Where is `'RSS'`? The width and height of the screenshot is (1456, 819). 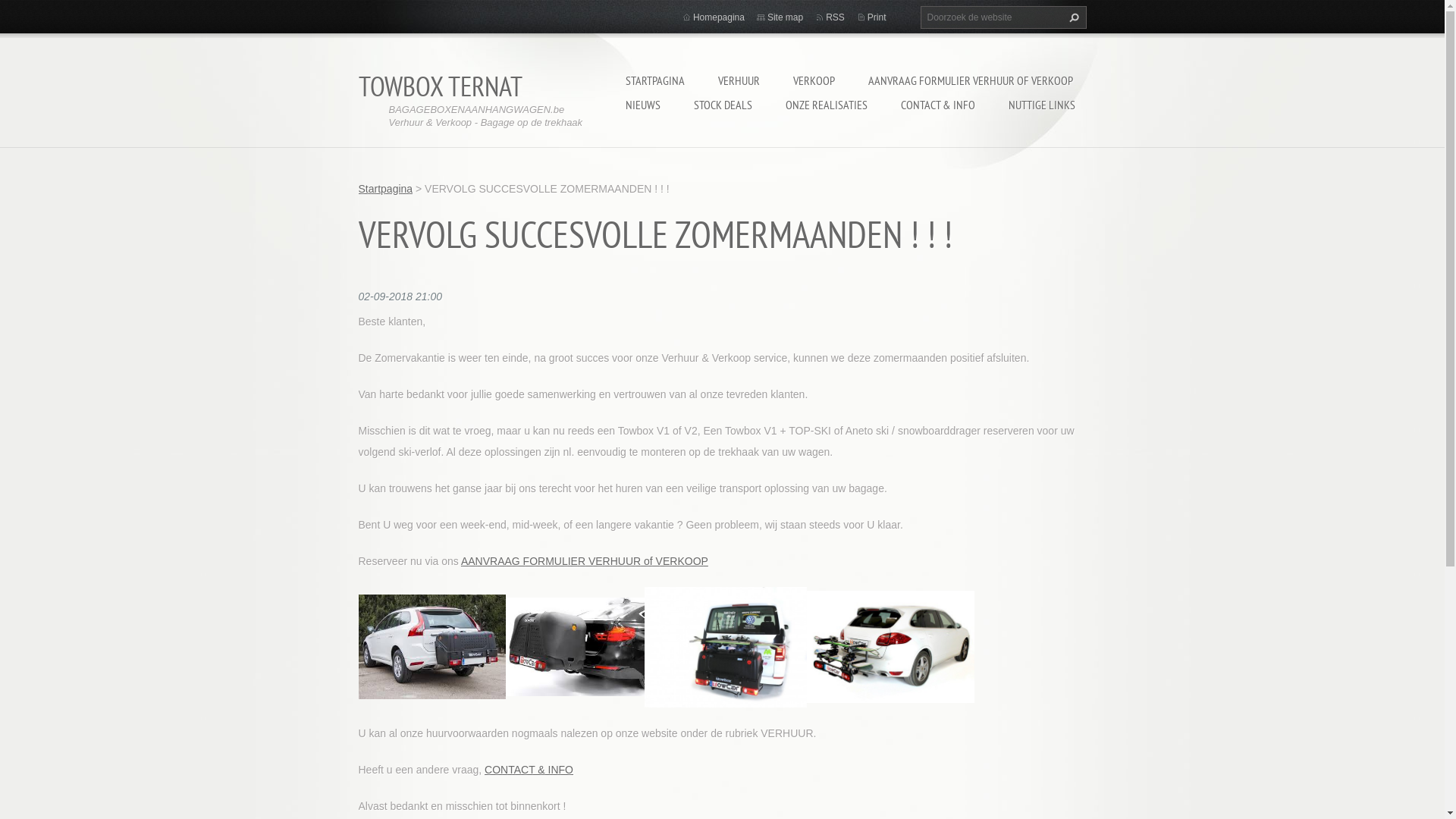
'RSS' is located at coordinates (834, 17).